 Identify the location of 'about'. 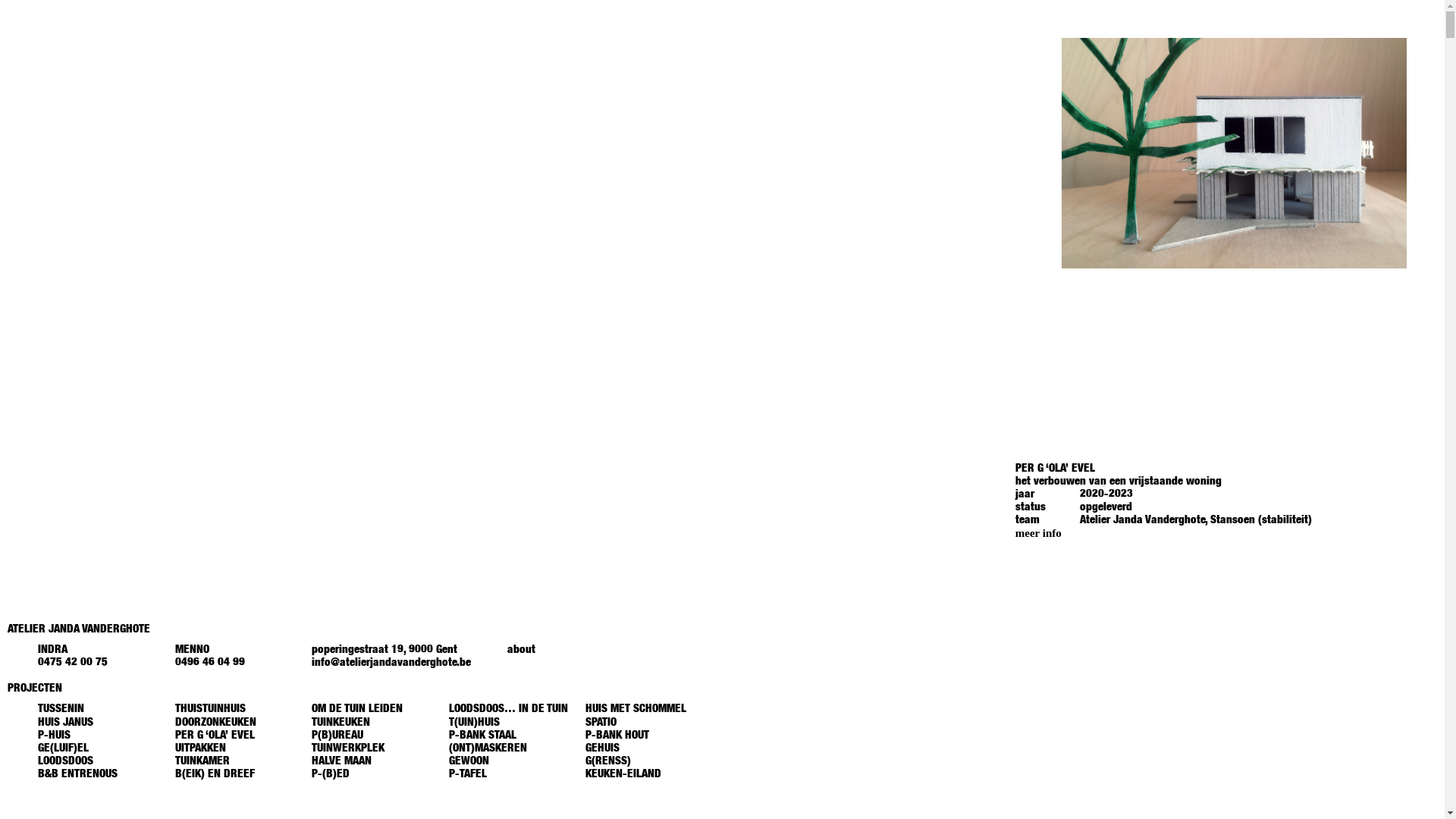
(521, 649).